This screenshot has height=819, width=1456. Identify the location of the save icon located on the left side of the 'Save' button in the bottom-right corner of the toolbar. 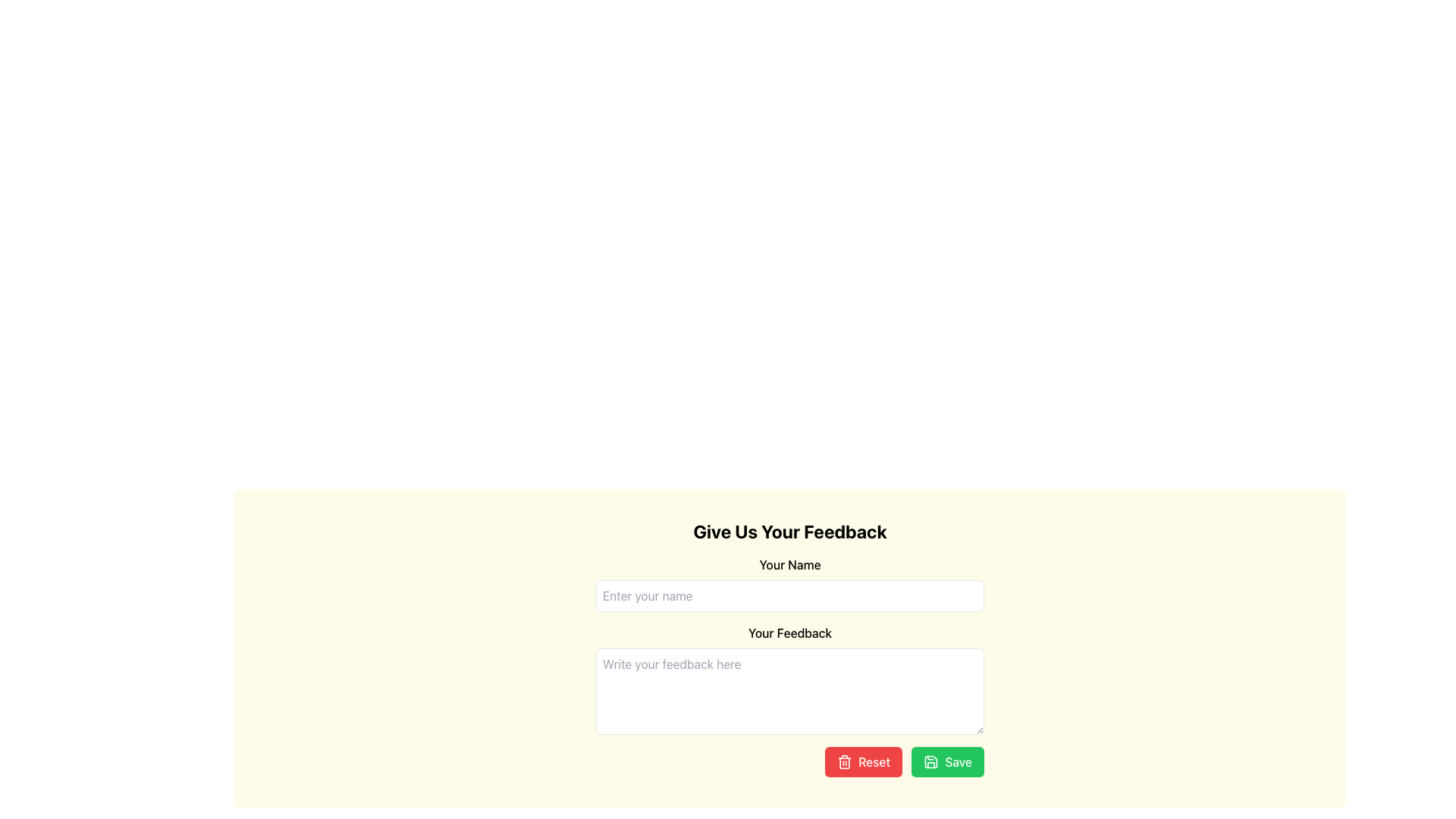
(930, 762).